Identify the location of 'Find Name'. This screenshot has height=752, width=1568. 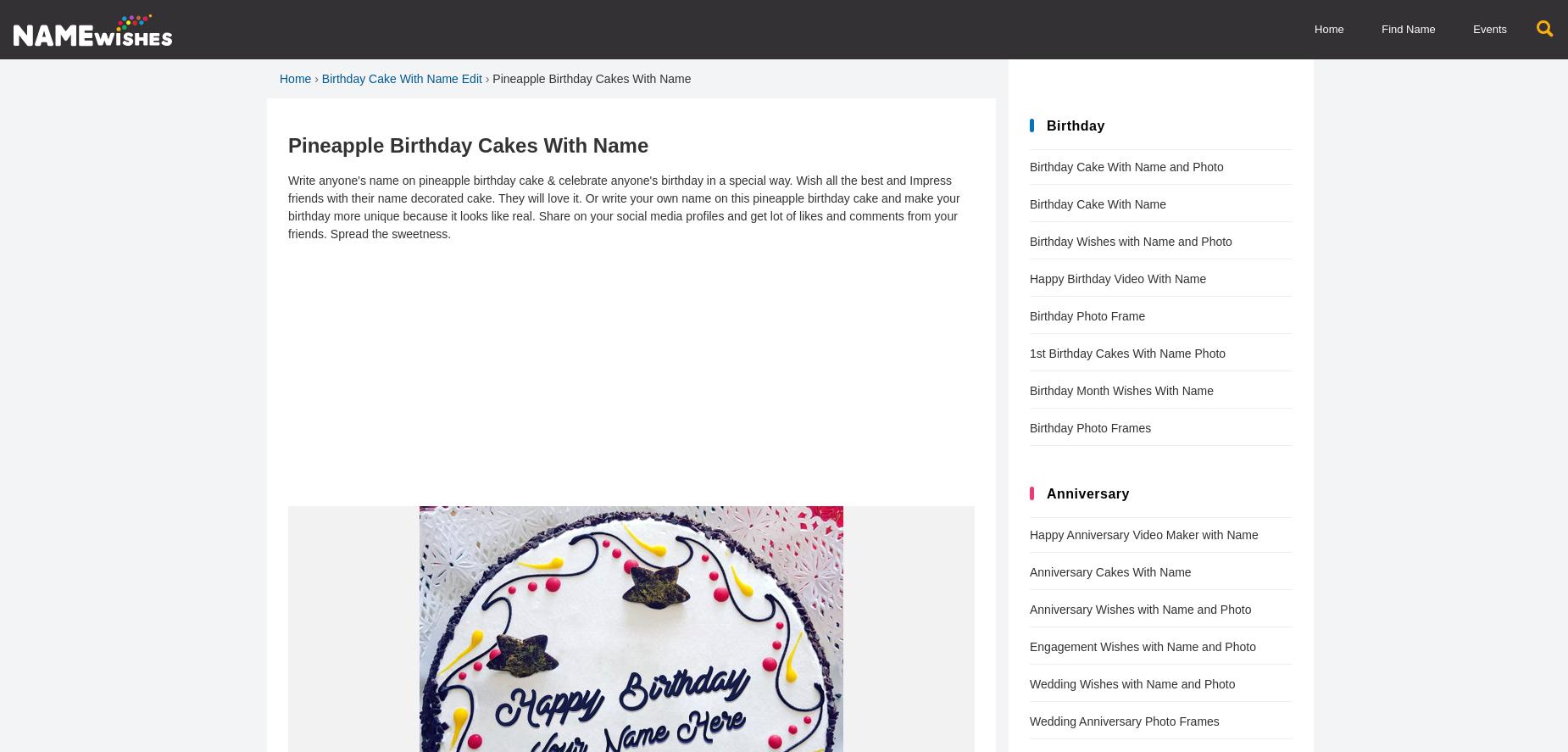
(1382, 29).